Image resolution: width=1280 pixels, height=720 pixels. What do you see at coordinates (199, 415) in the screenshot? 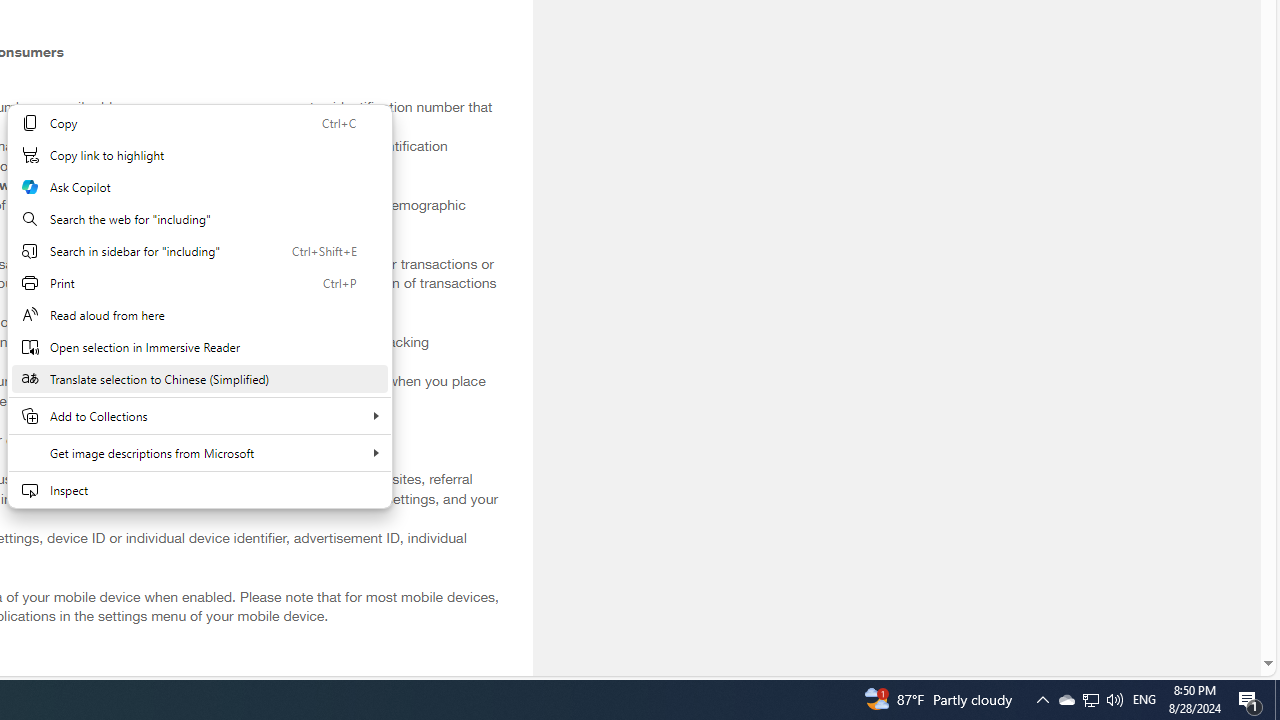
I see `'Add to Collections'` at bounding box center [199, 415].